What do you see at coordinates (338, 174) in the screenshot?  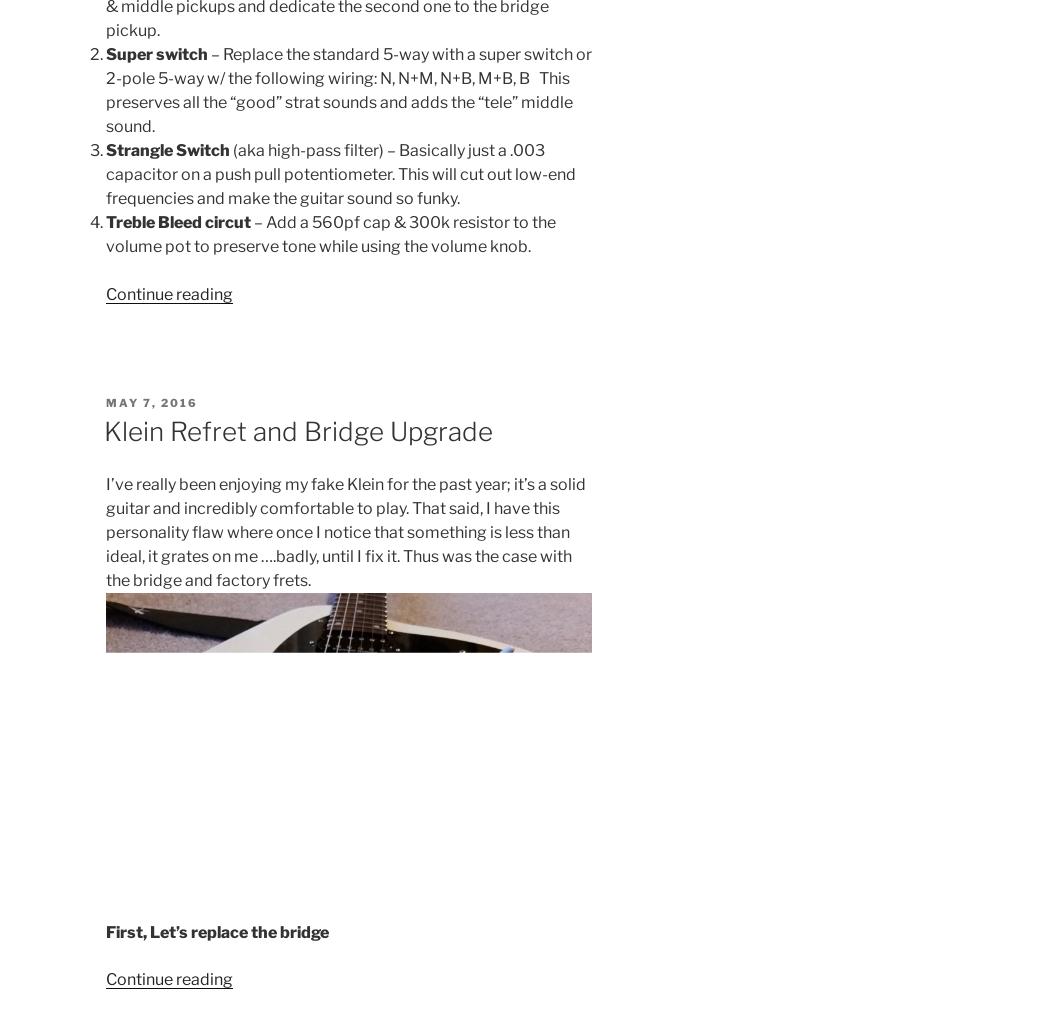 I see `'(aka high-pass filter) – Basically just a .003 capacitor on a push pull potentiometer. This will cut out low-end frequencies and make the guitar sound so funky.'` at bounding box center [338, 174].